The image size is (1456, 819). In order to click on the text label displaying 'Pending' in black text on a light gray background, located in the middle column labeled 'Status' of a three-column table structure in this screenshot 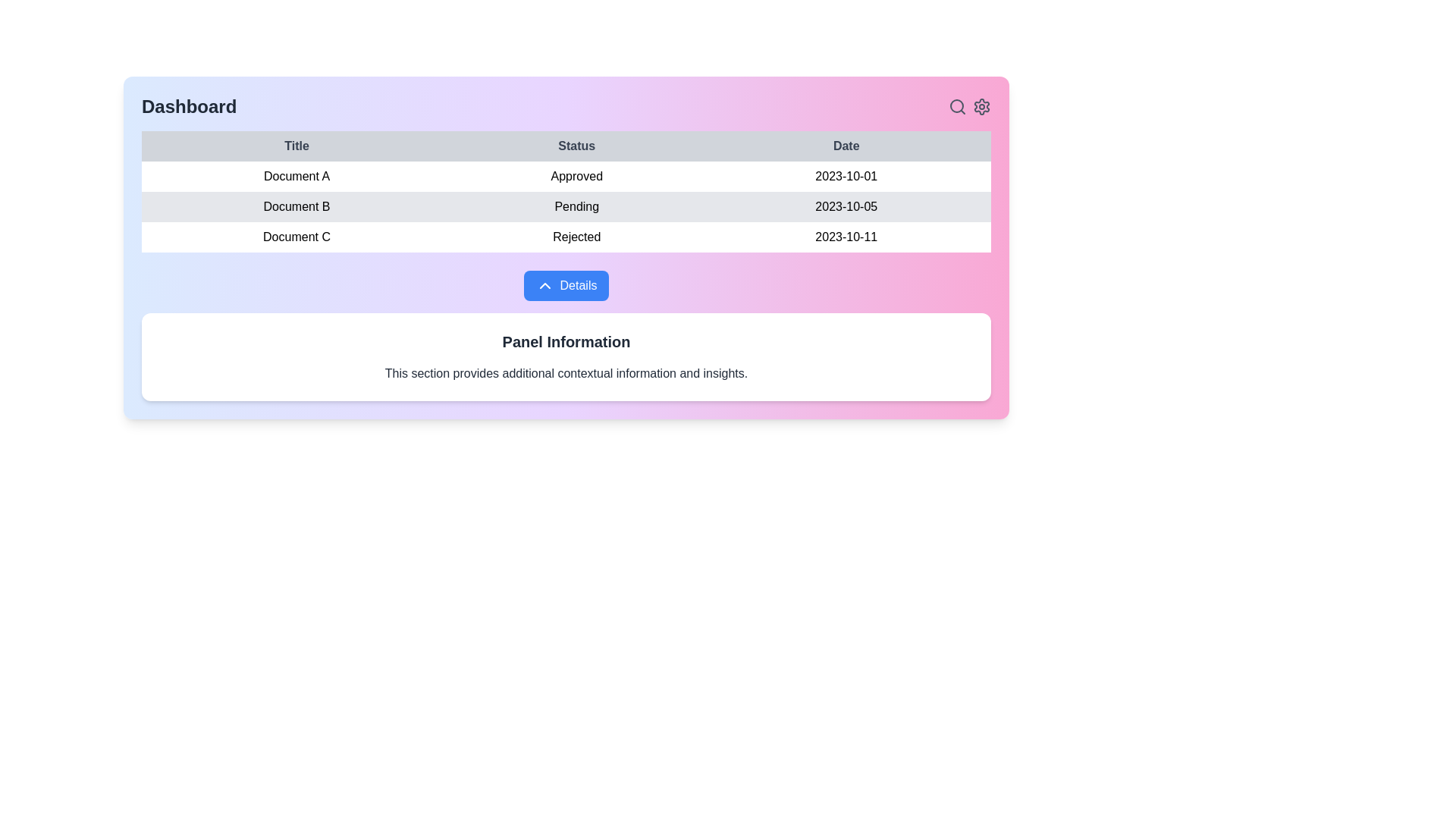, I will do `click(576, 207)`.